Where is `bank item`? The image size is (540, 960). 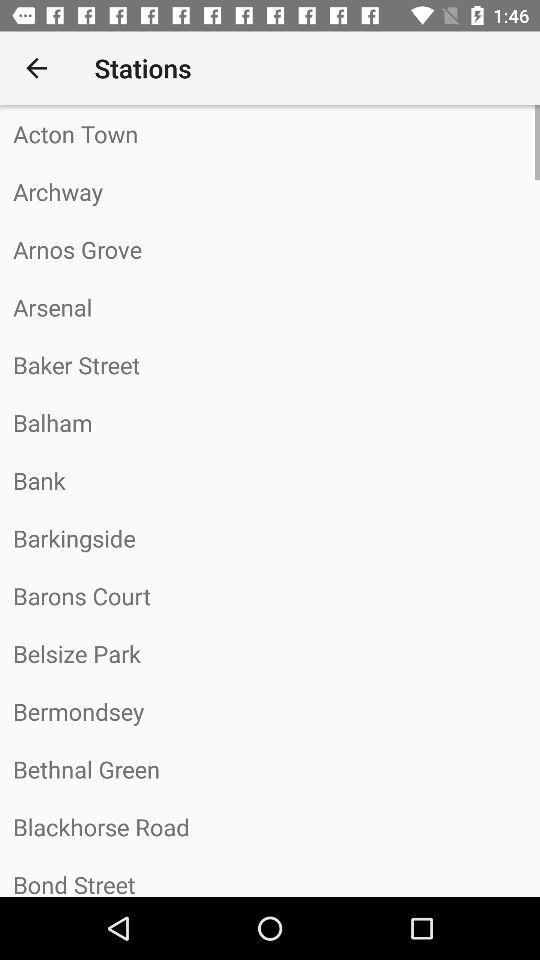
bank item is located at coordinates (270, 480).